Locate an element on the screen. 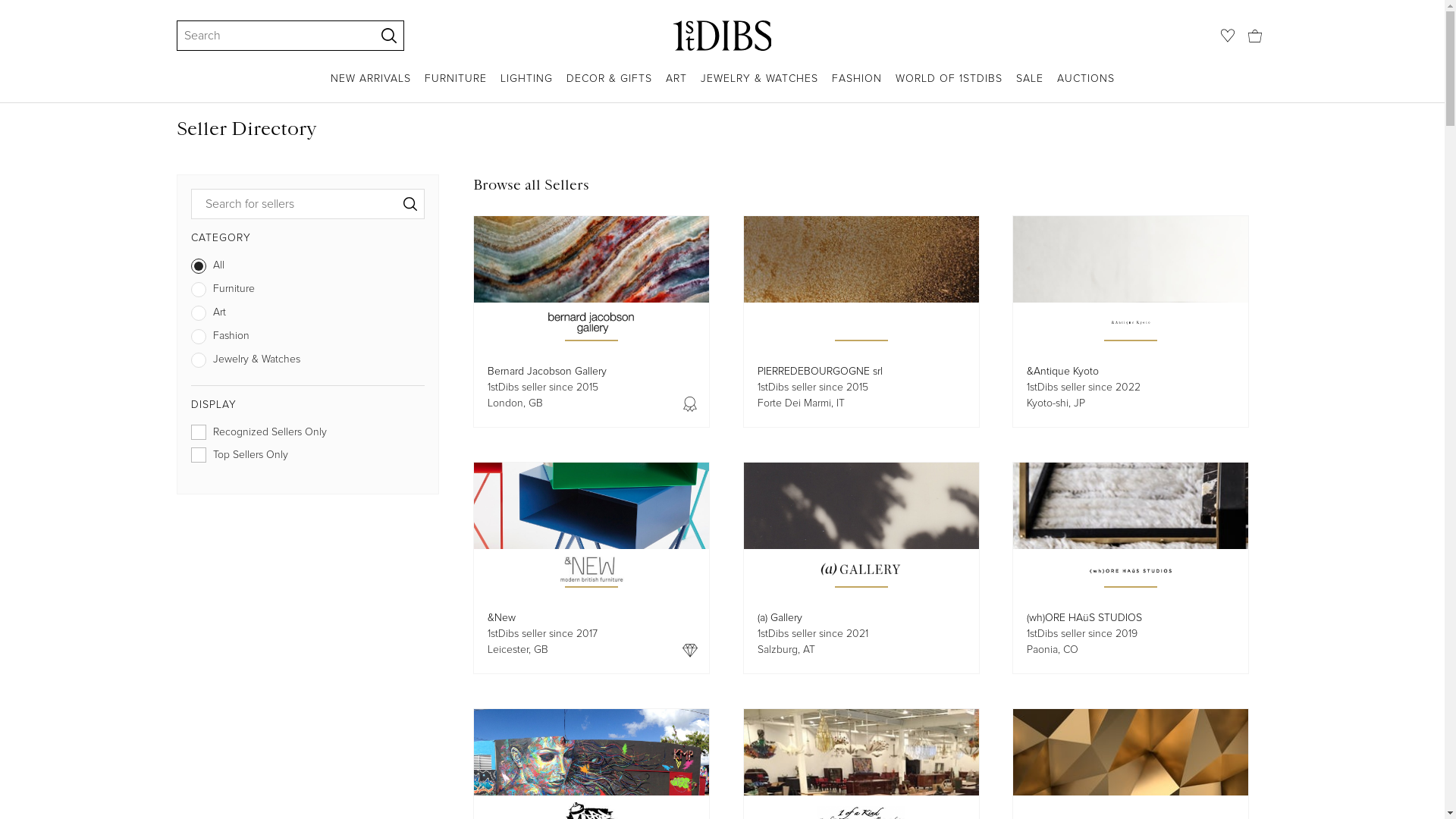 The width and height of the screenshot is (1456, 819). 'FURNITURE' is located at coordinates (454, 86).